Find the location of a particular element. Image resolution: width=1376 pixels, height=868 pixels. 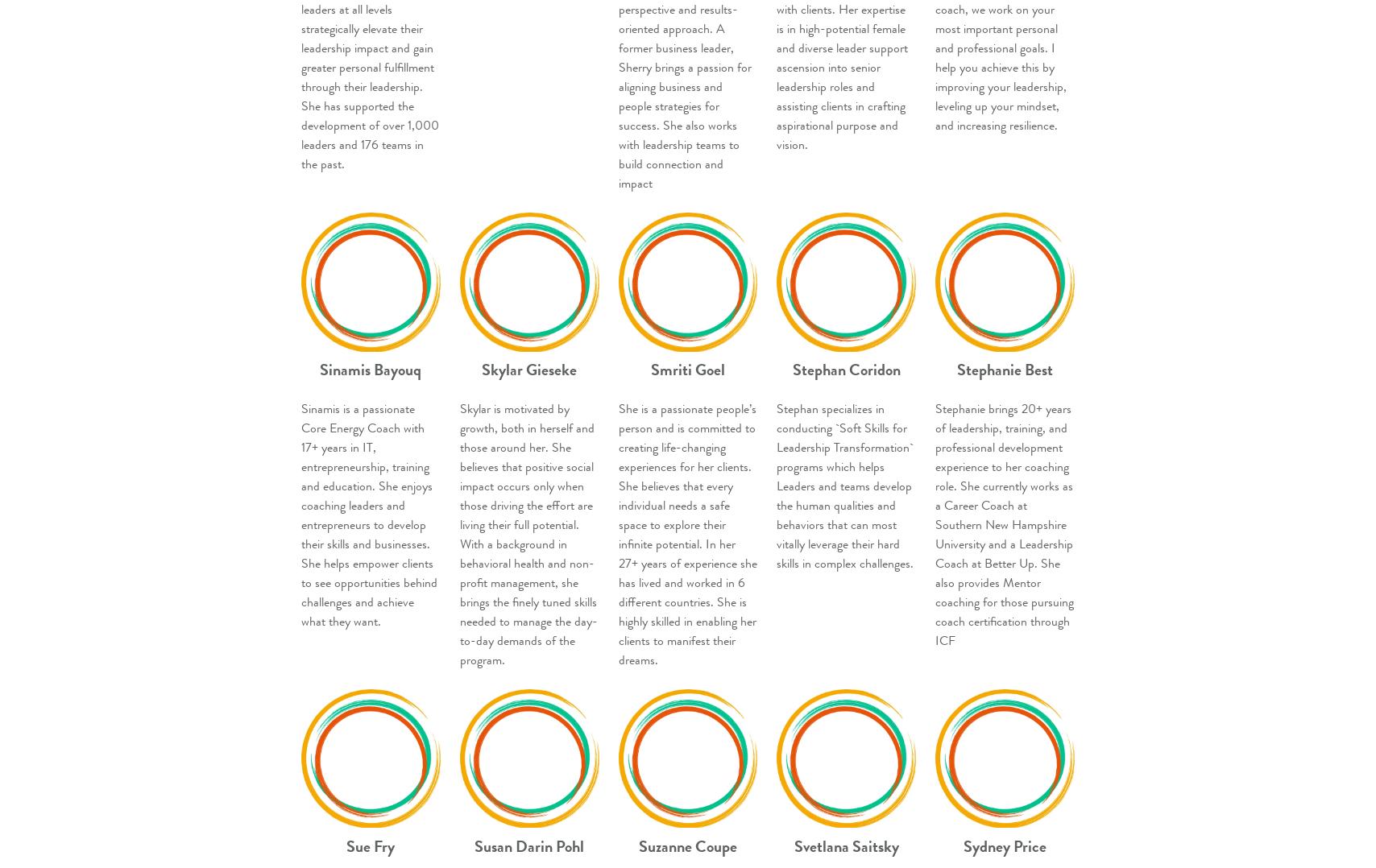

'Sue Fry' is located at coordinates (370, 845).